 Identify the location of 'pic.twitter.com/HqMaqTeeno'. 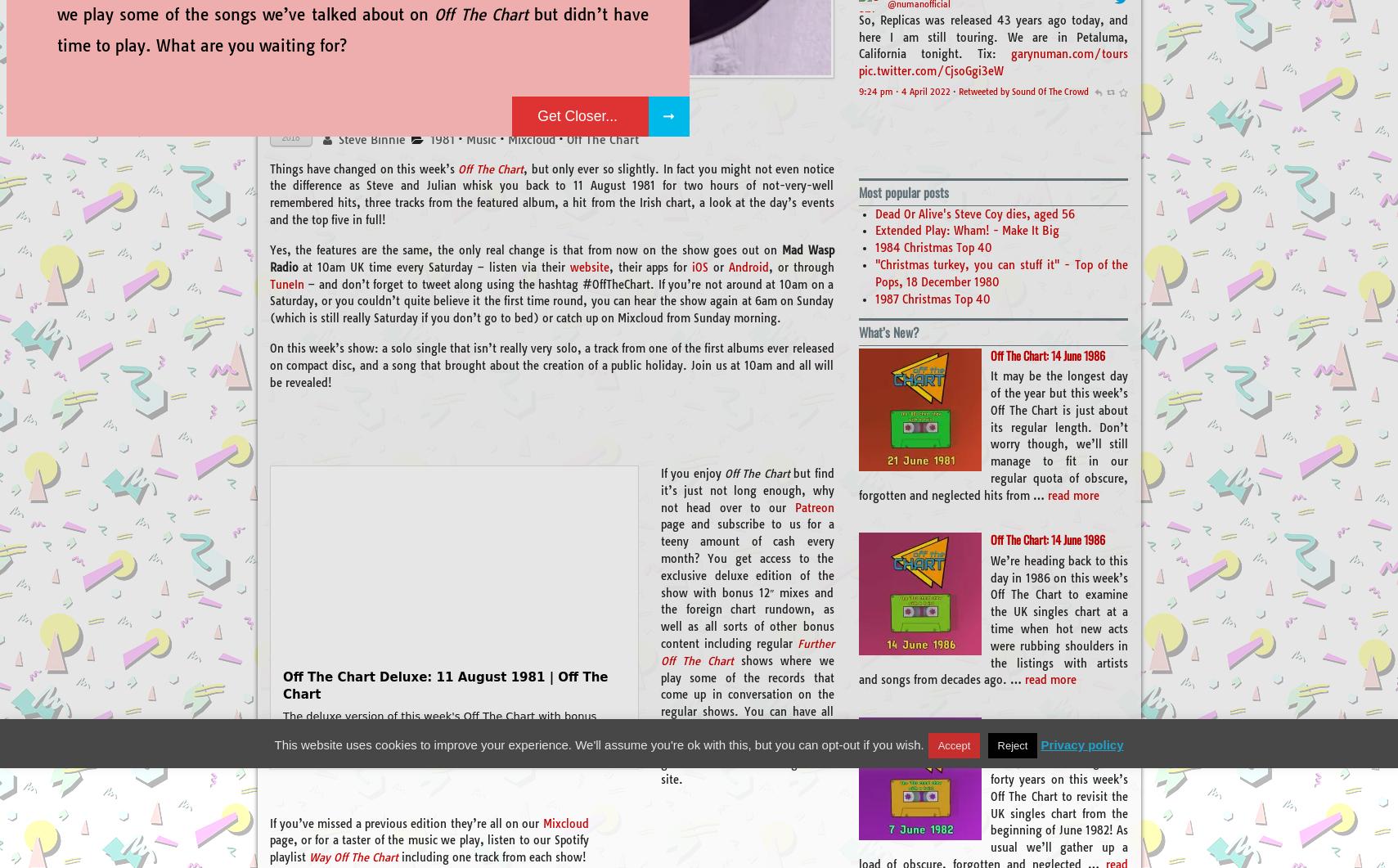
(1003, 110).